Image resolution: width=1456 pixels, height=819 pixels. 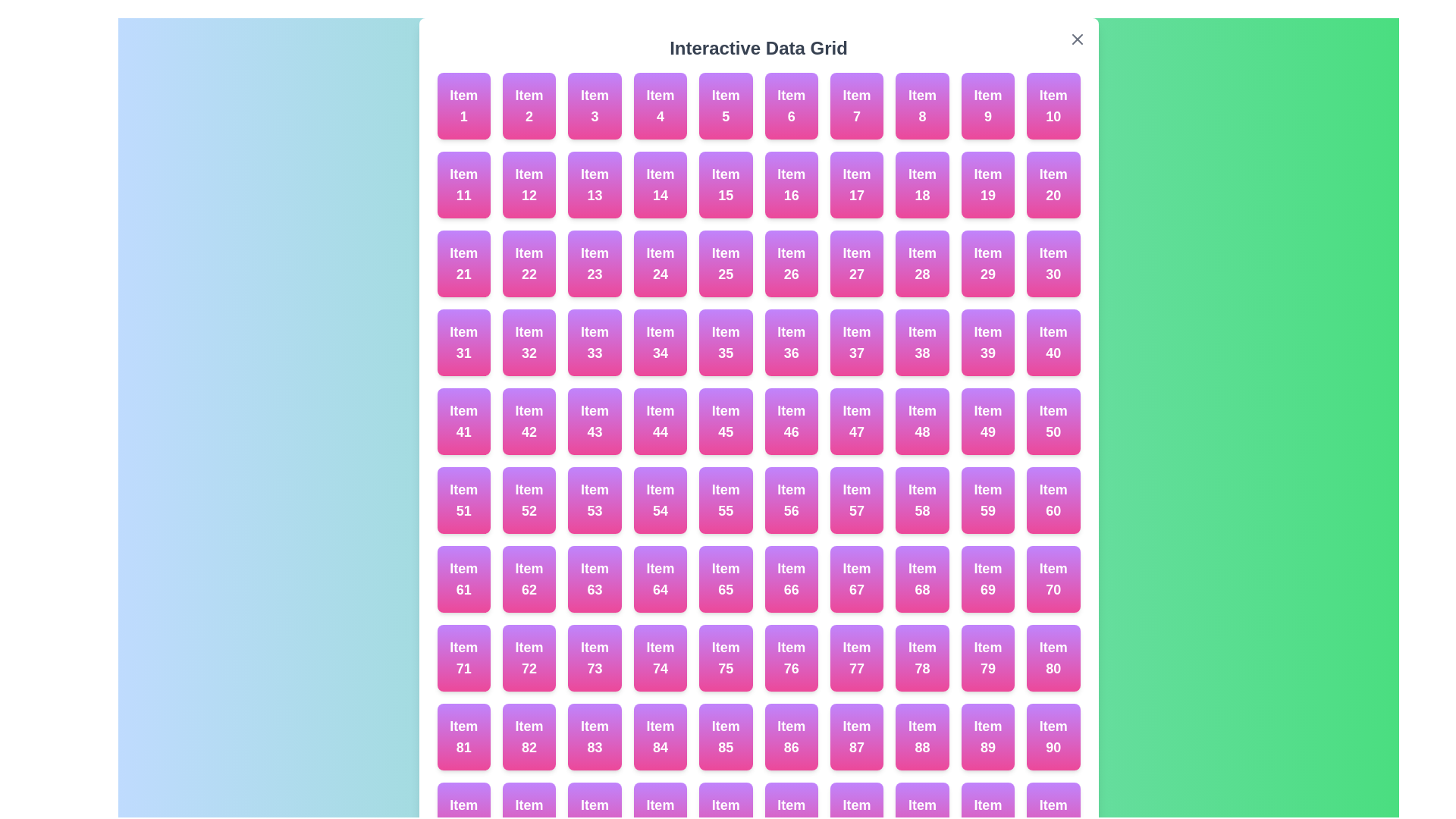 I want to click on the close button labeled with an 'X' at the top right corner of the dialog, so click(x=1076, y=38).